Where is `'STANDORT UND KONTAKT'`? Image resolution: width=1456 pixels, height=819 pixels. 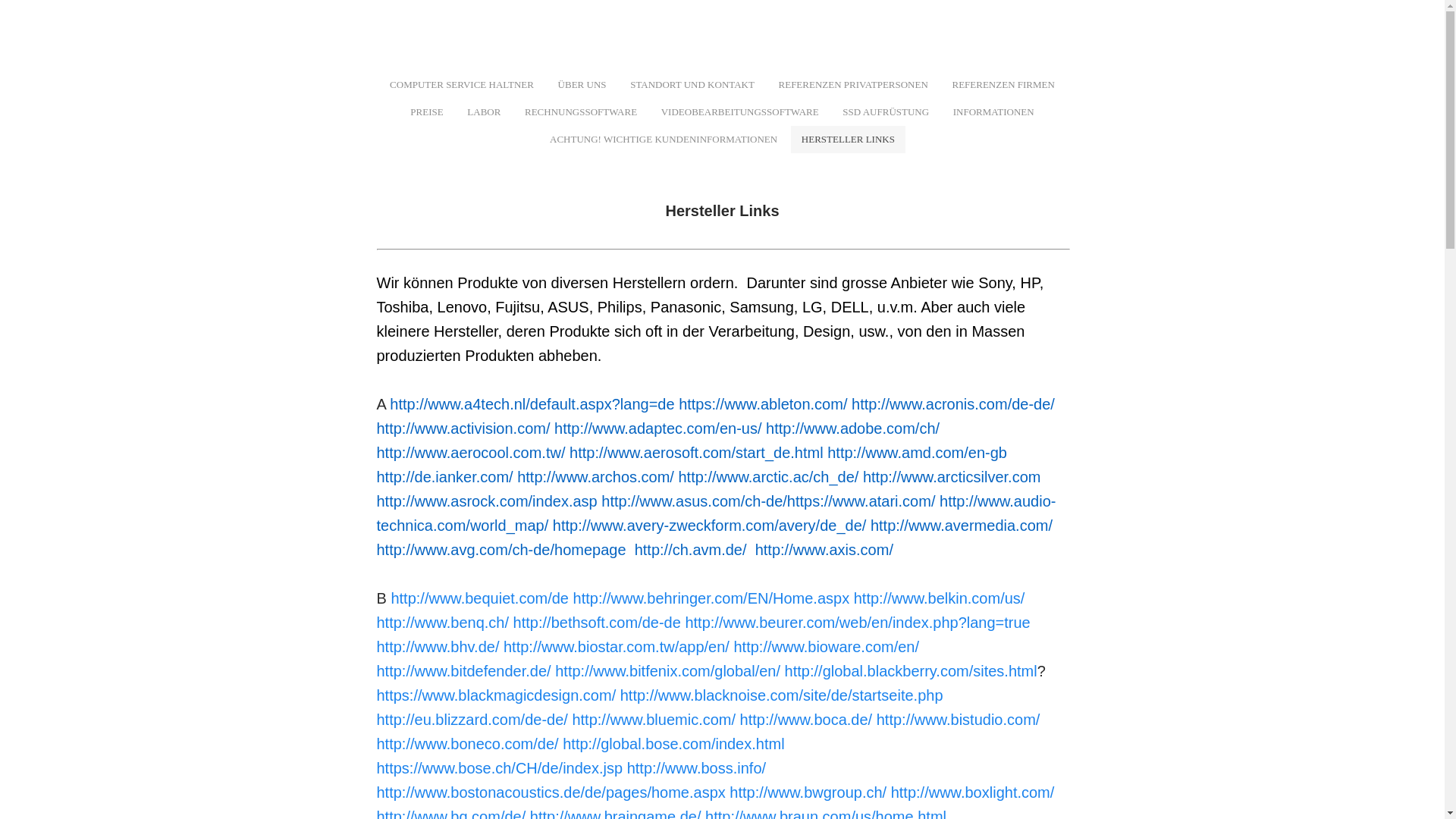 'STANDORT UND KONTAKT' is located at coordinates (691, 84).